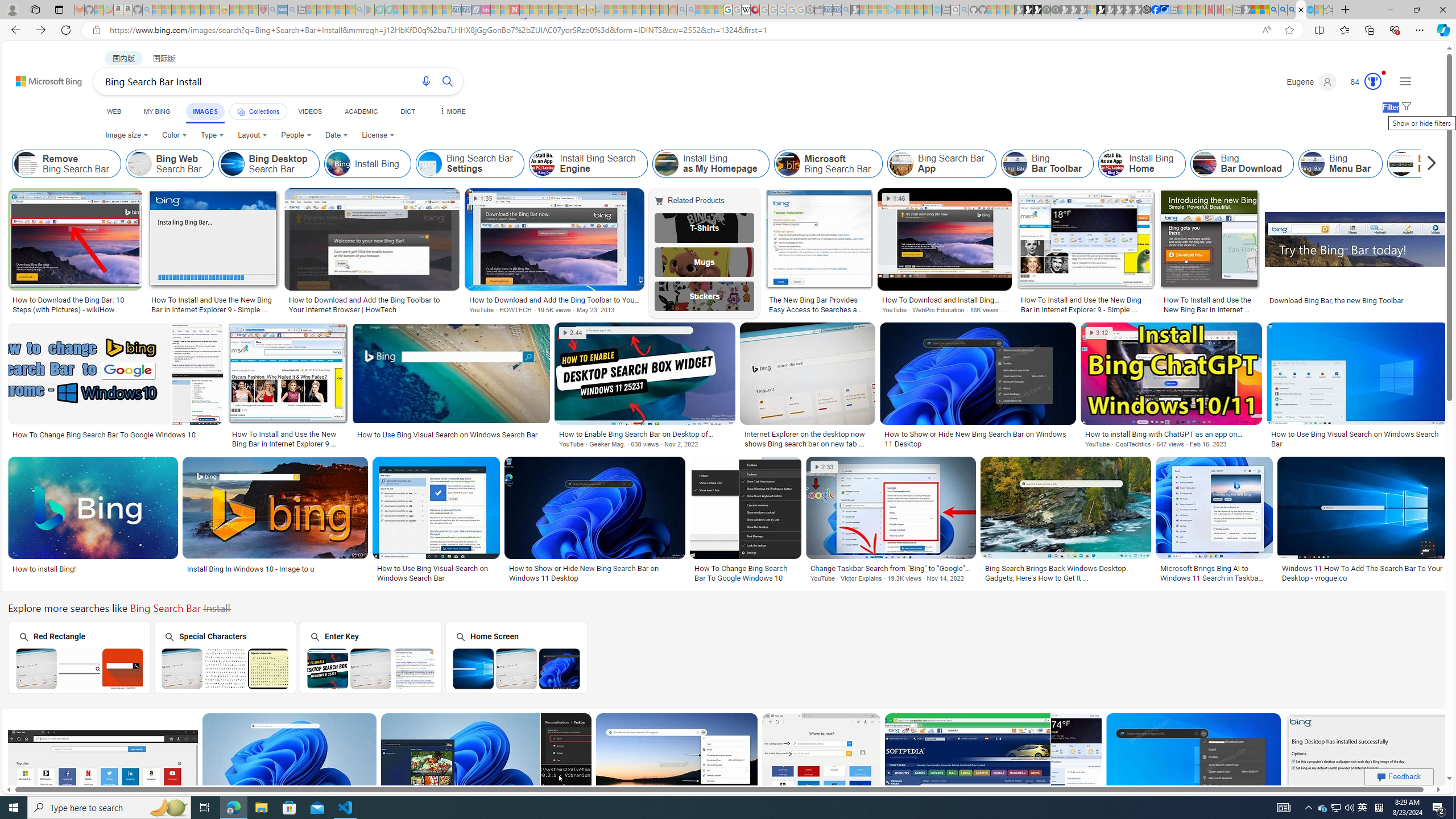  I want to click on 'Layout', so click(253, 135).